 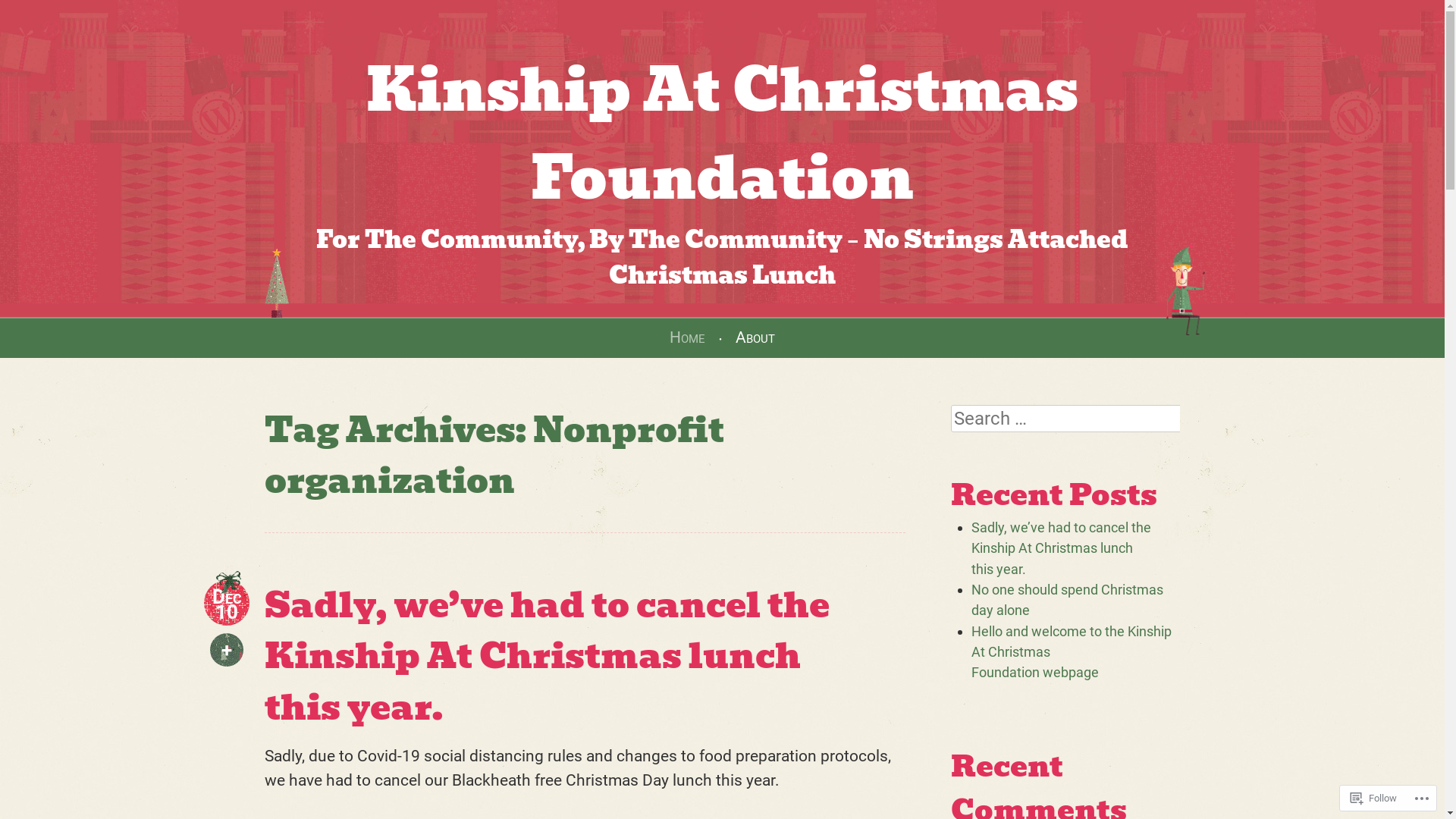 I want to click on '+', so click(x=225, y=648).